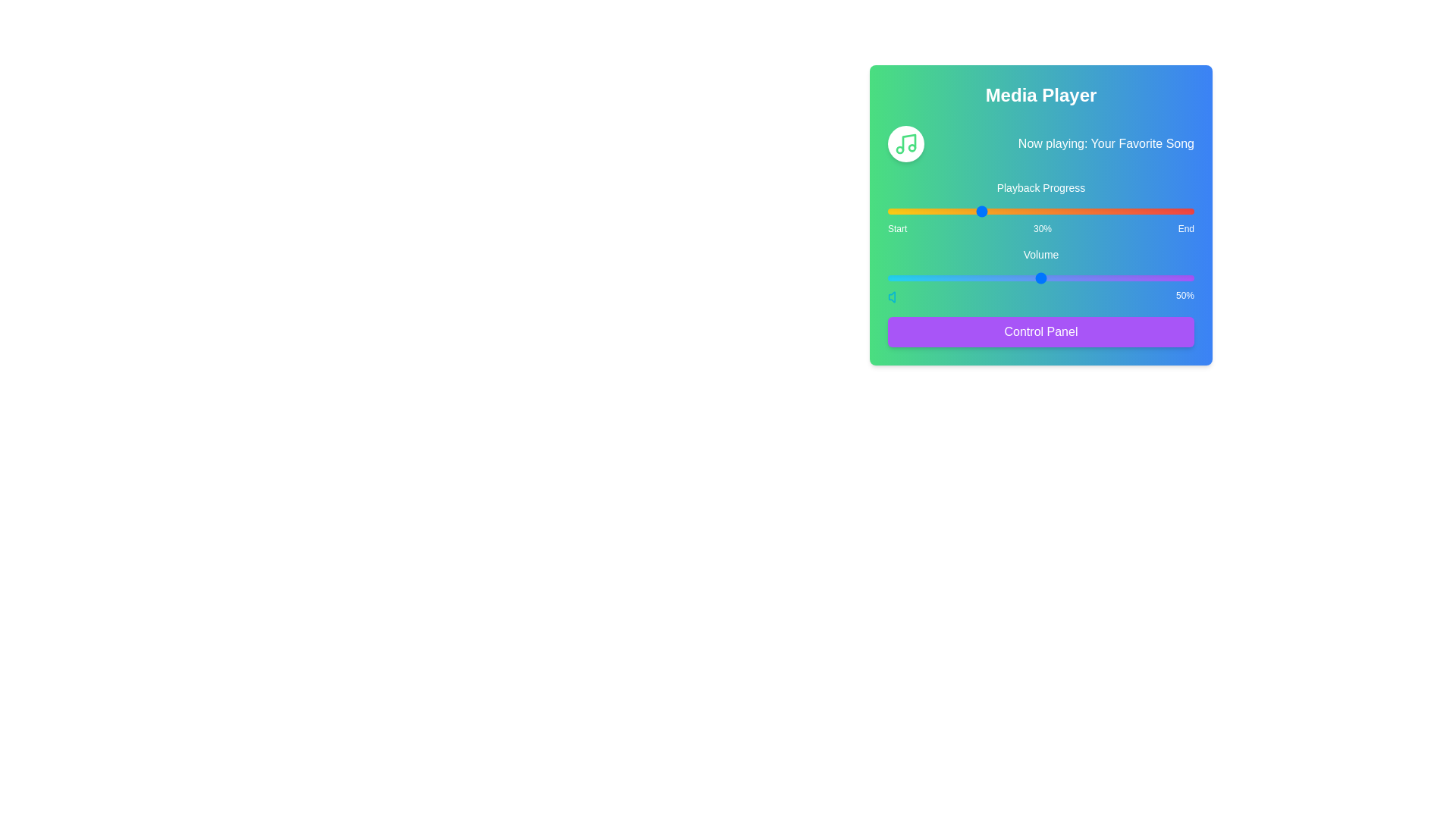 The width and height of the screenshot is (1456, 819). Describe the element at coordinates (1040, 211) in the screenshot. I see `the playback progress slider to reveal tooltip or visual change` at that location.